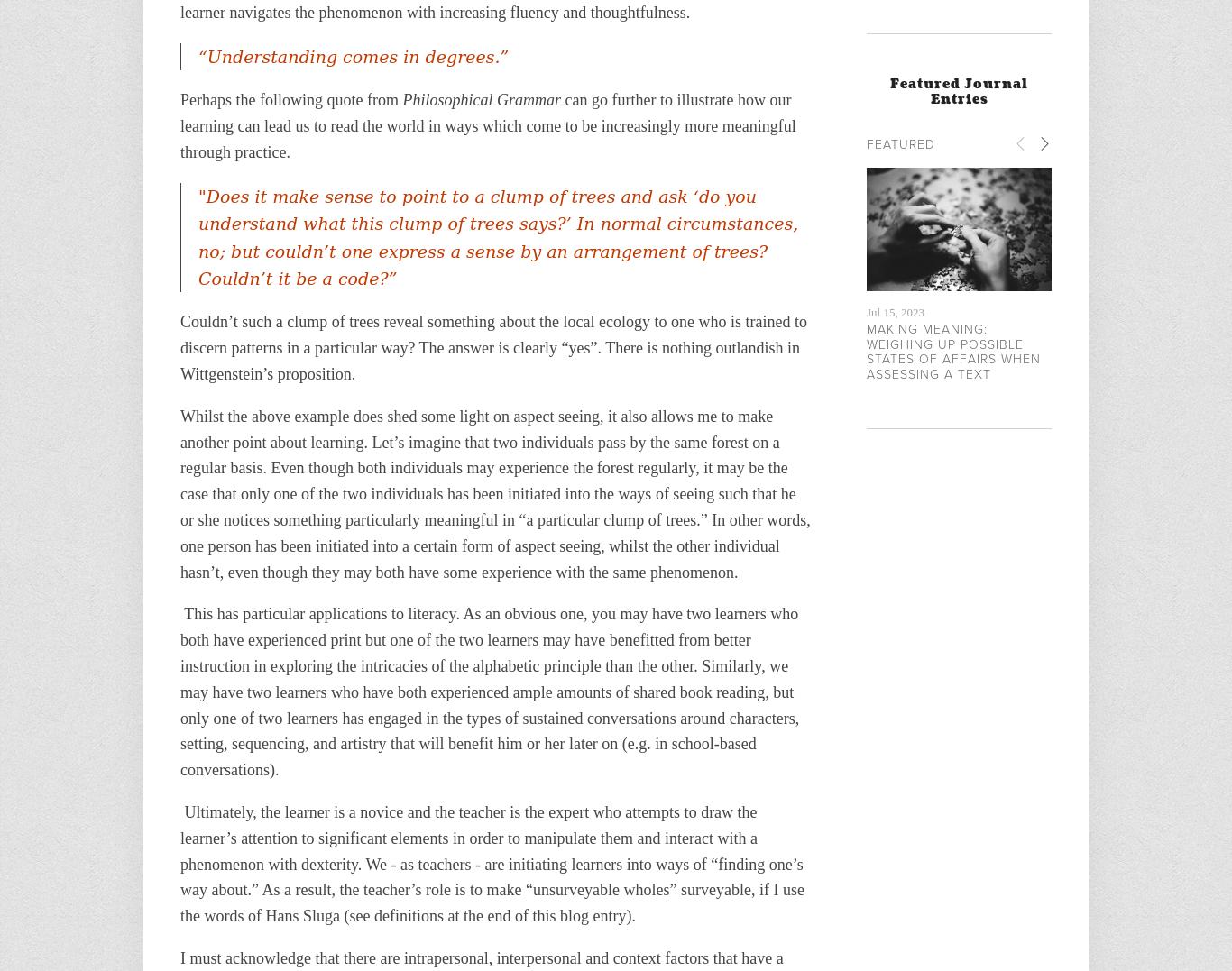  I want to click on 'Making meaning: weighing up possible states of affairs when assessing a text', so click(952, 351).